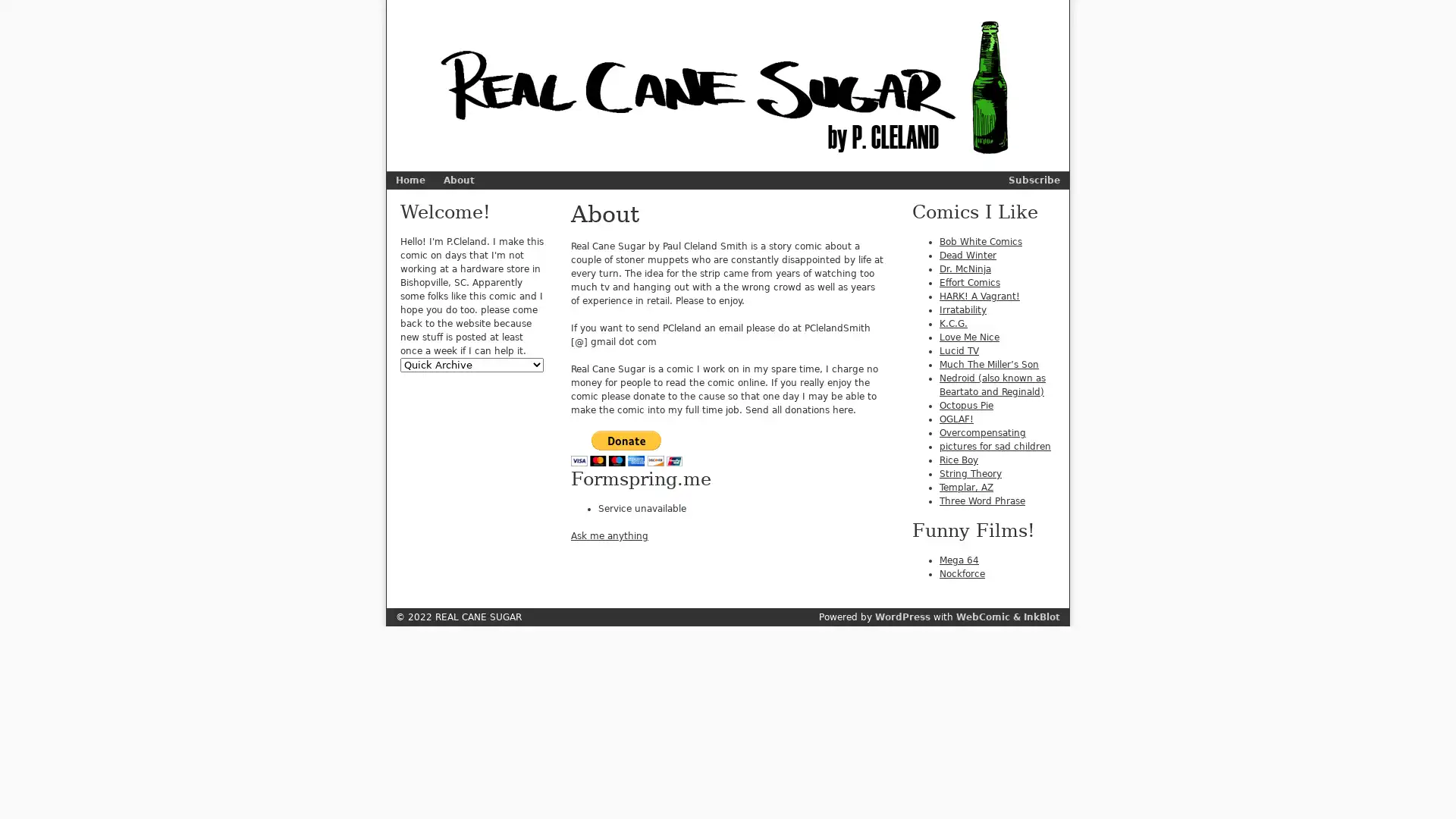 The height and width of the screenshot is (819, 1456). What do you see at coordinates (626, 447) in the screenshot?
I see `PayPal - The safer, easier way to pay online!` at bounding box center [626, 447].